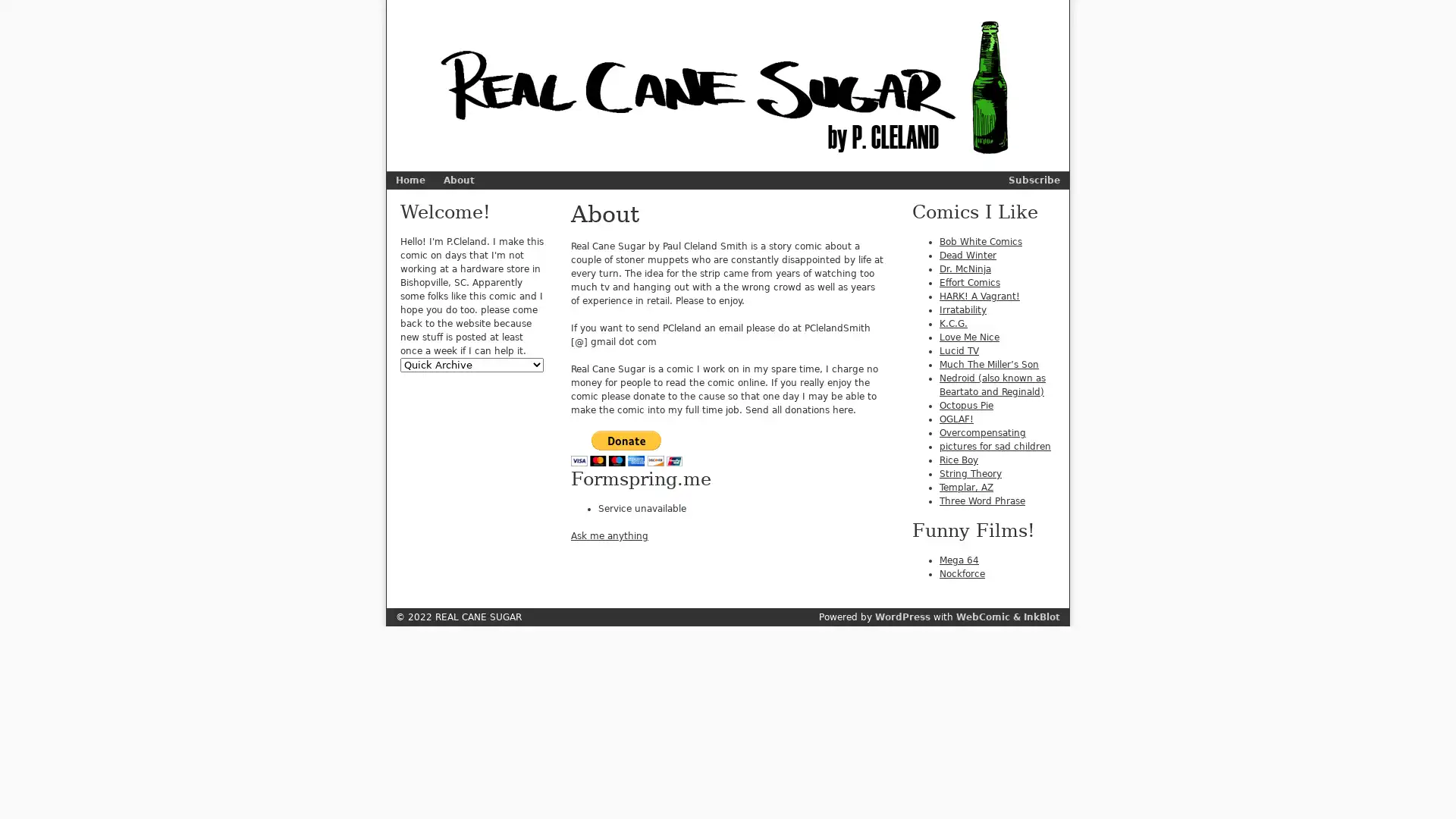 The height and width of the screenshot is (819, 1456). What do you see at coordinates (626, 447) in the screenshot?
I see `PayPal - The safer, easier way to pay online!` at bounding box center [626, 447].